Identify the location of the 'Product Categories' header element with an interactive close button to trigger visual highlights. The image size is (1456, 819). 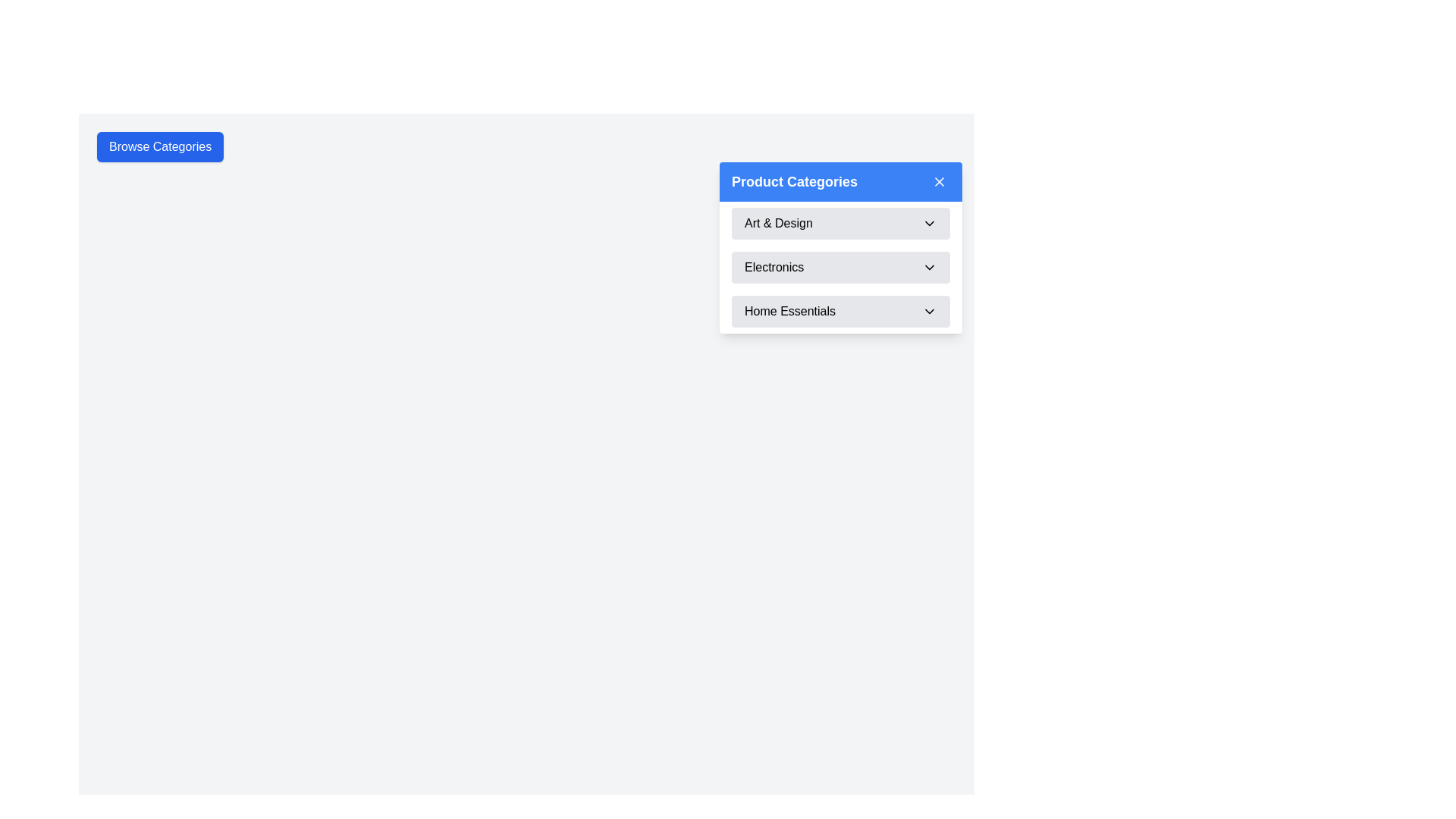
(839, 180).